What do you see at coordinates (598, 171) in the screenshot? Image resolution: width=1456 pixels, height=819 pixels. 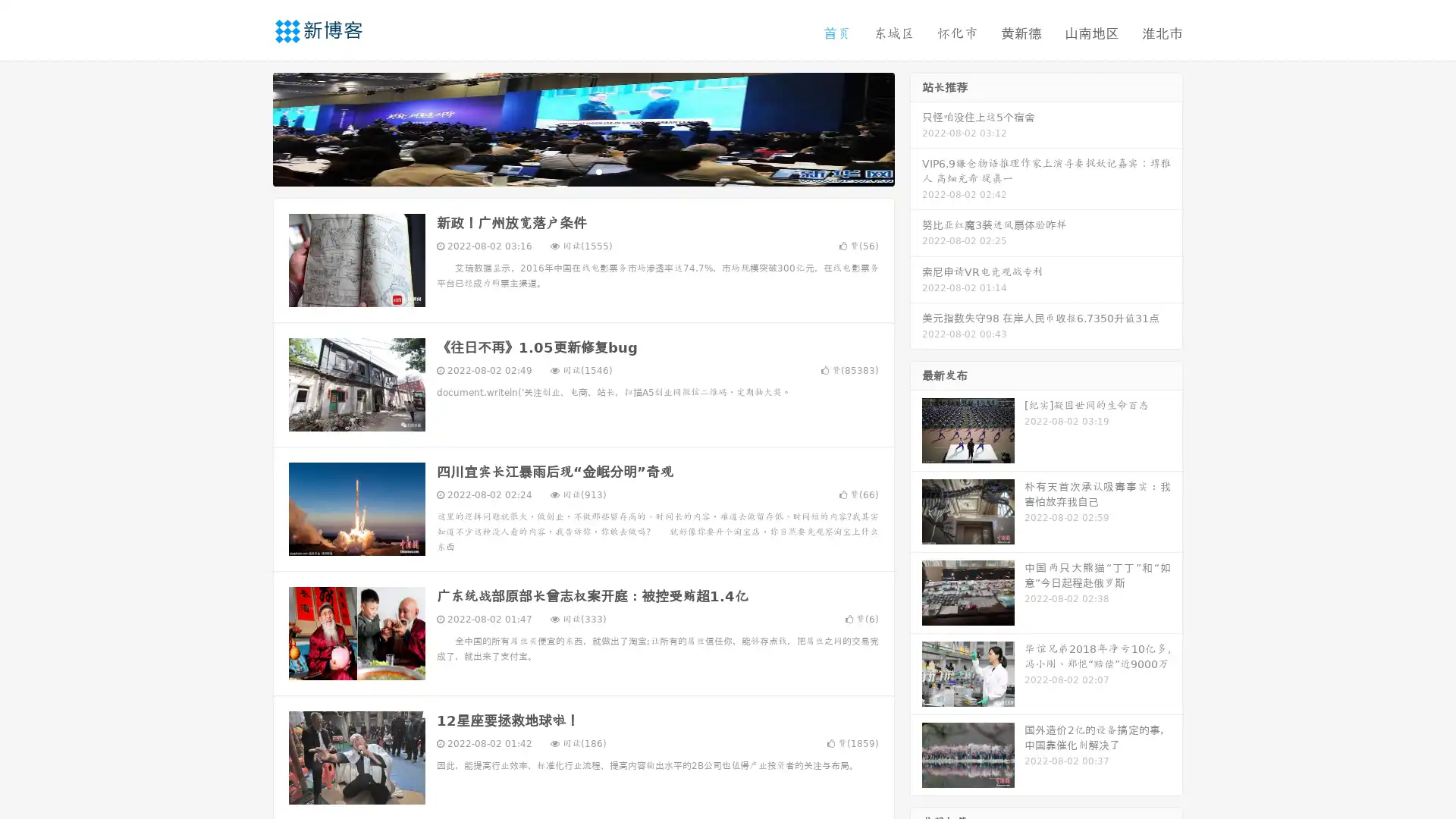 I see `Go to slide 3` at bounding box center [598, 171].